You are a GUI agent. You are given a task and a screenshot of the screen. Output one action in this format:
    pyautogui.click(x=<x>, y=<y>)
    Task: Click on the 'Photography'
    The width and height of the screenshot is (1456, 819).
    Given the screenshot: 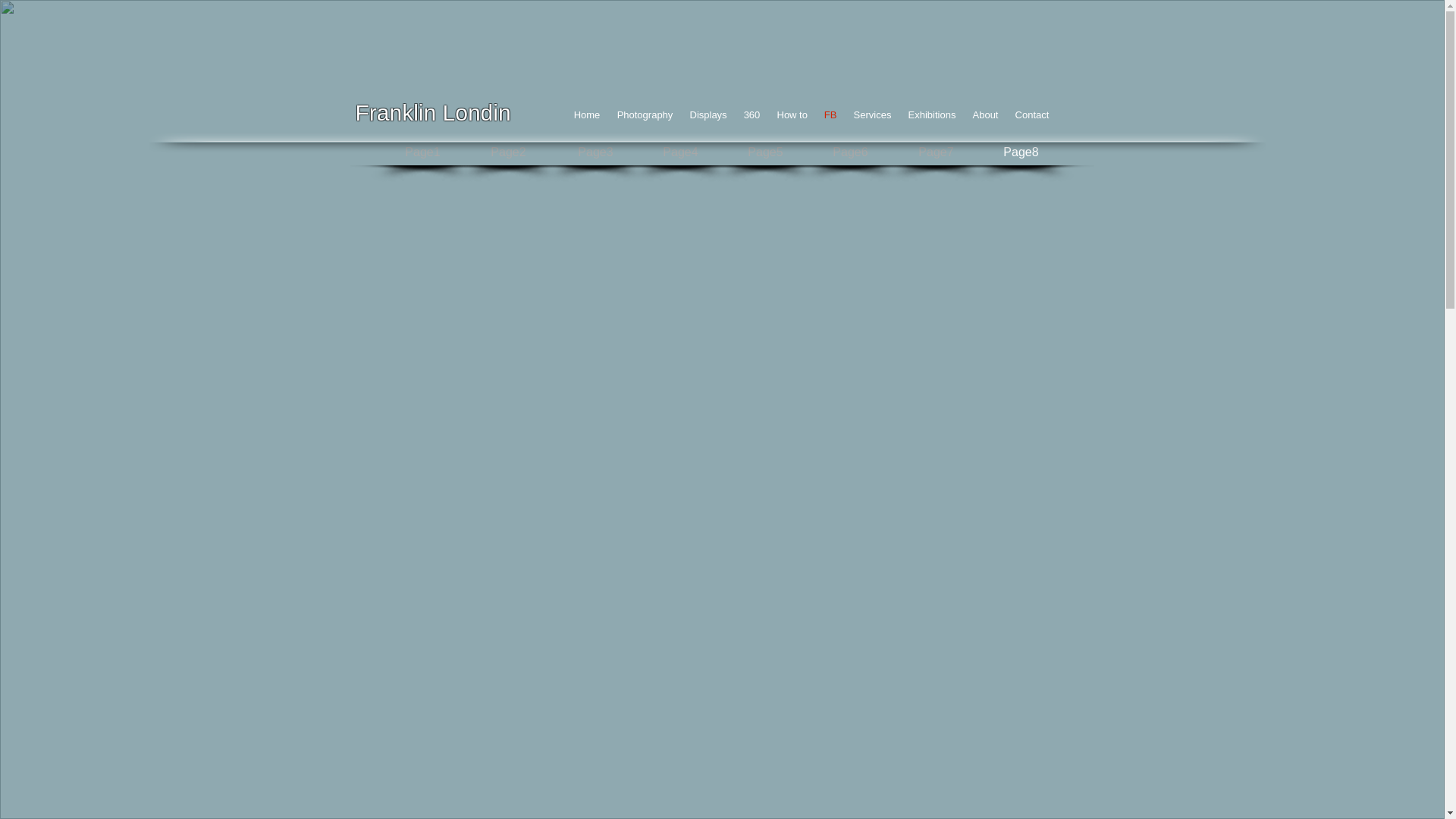 What is the action you would take?
    pyautogui.click(x=644, y=114)
    